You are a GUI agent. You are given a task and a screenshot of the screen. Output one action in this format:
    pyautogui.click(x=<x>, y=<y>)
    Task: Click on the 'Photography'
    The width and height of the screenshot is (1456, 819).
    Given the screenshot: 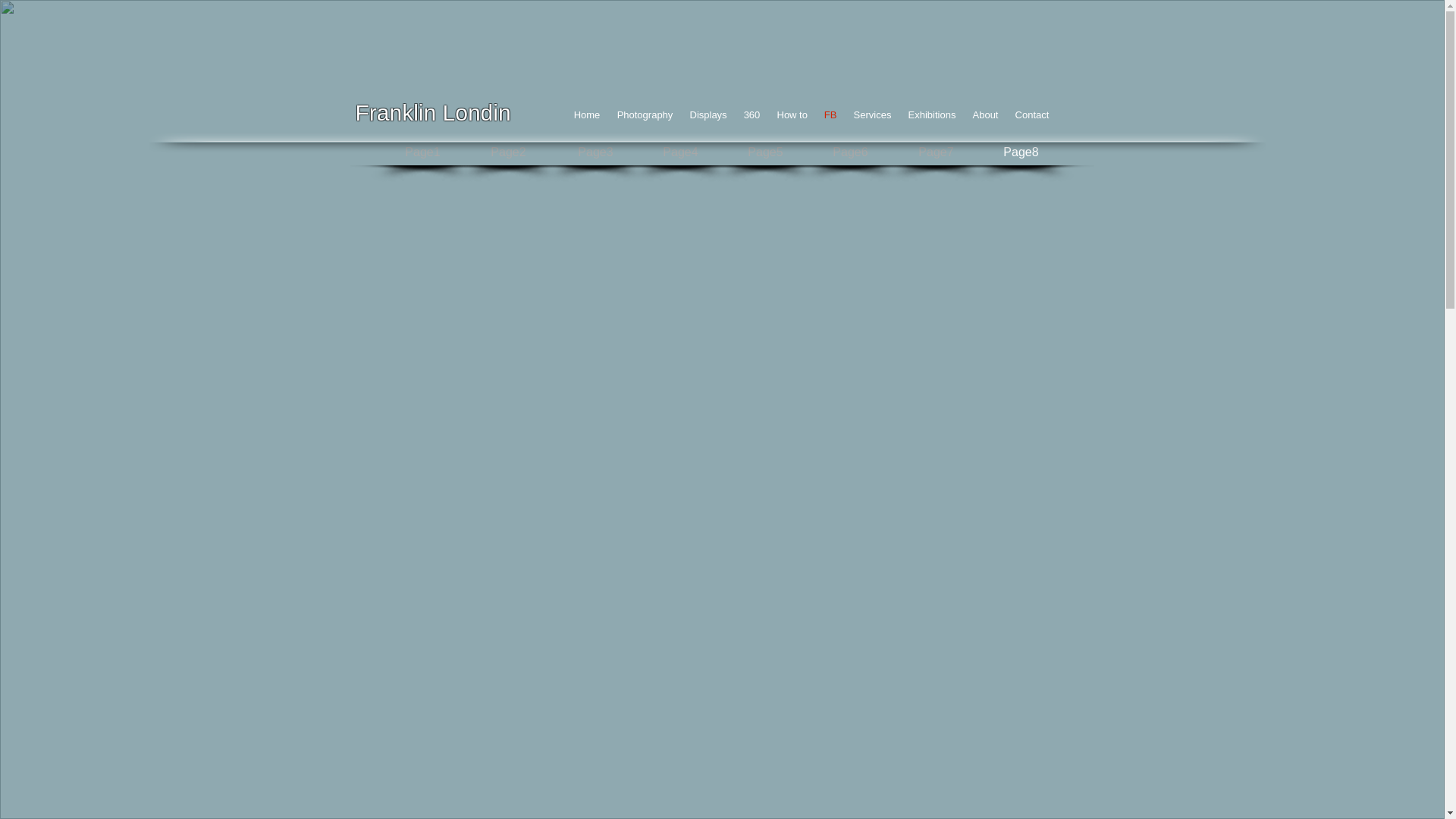 What is the action you would take?
    pyautogui.click(x=644, y=114)
    